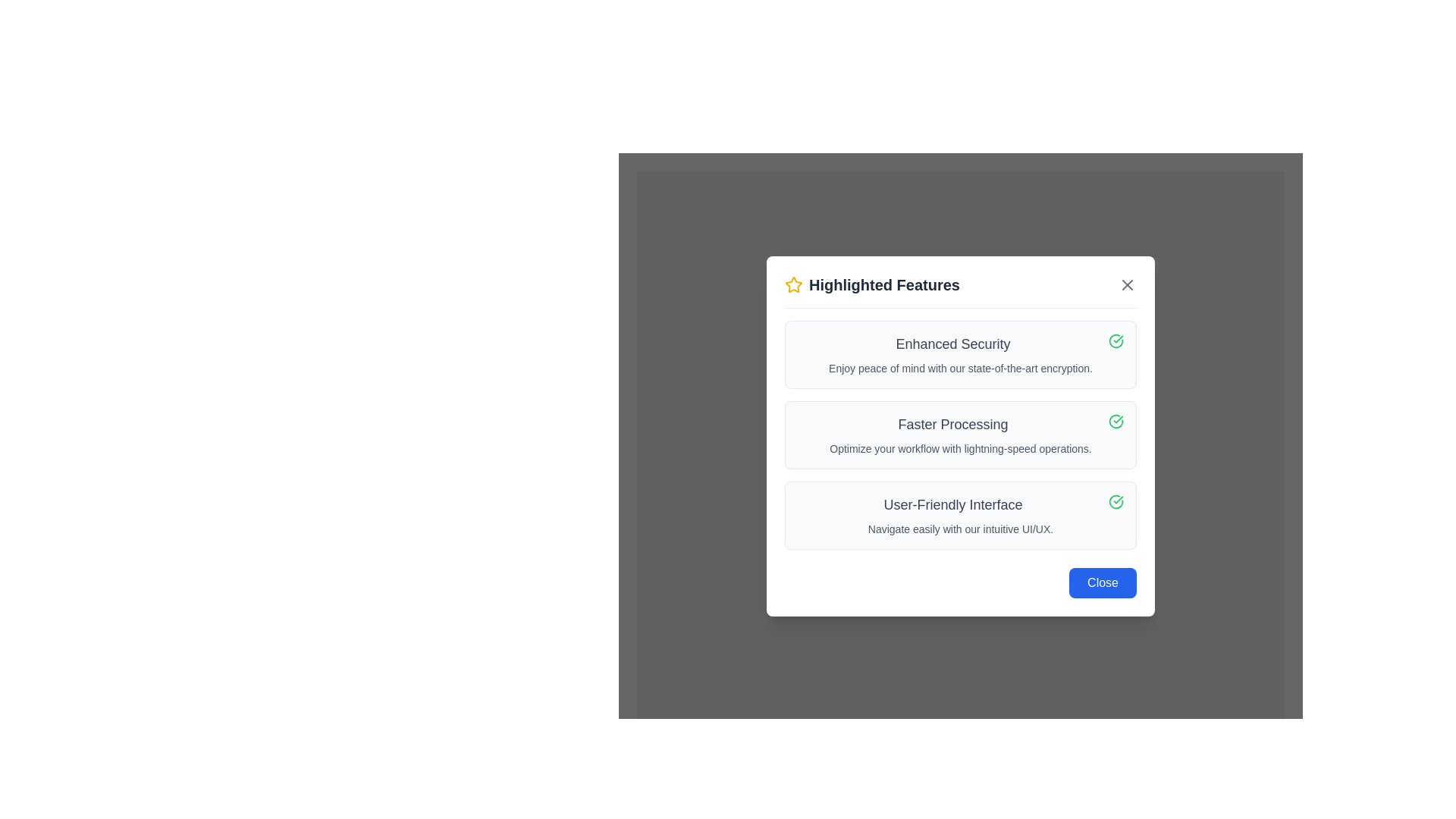  Describe the element at coordinates (960, 528) in the screenshot. I see `the static descriptive text below the 'User-Friendly Interface' heading, which emphasizes the ease of use and intuitive nature of the UI/UX designs` at that location.